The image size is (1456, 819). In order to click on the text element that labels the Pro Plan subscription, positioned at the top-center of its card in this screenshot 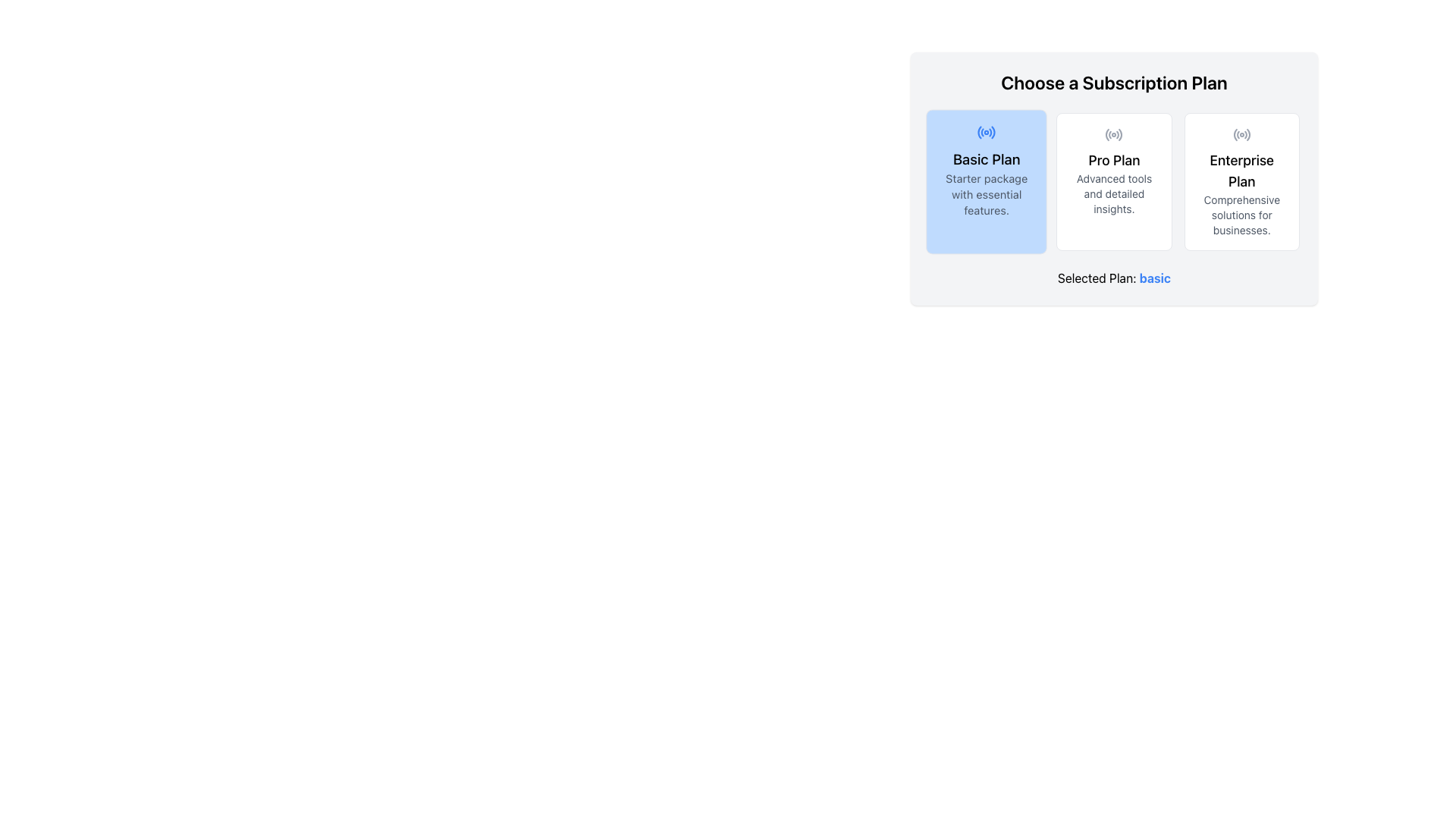, I will do `click(1114, 161)`.